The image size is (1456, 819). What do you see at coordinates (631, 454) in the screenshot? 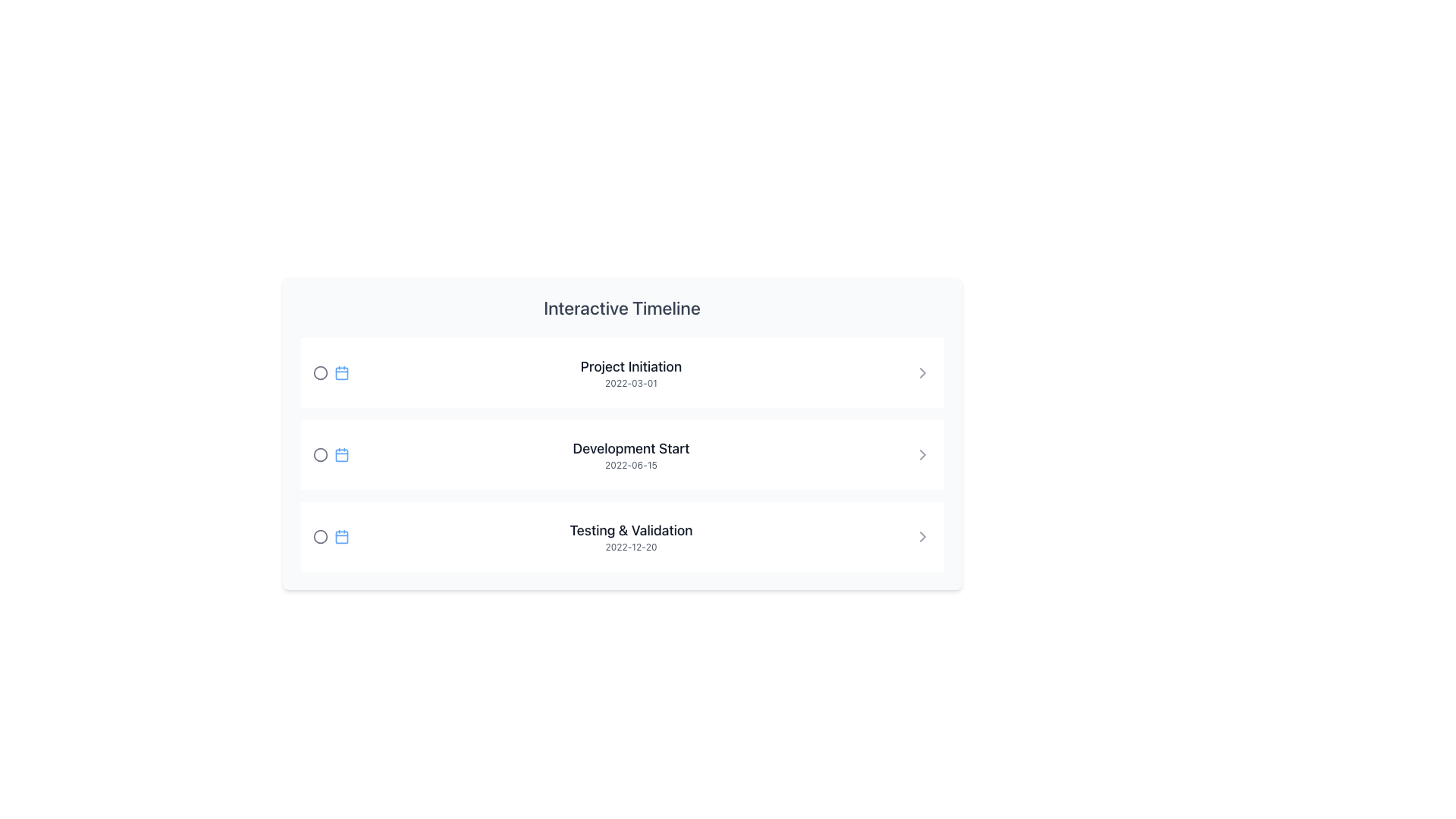
I see `displayed information from the text element labeled 'Development Start' with the date '2022-06-15' in the 'Interactive Timeline' section` at bounding box center [631, 454].